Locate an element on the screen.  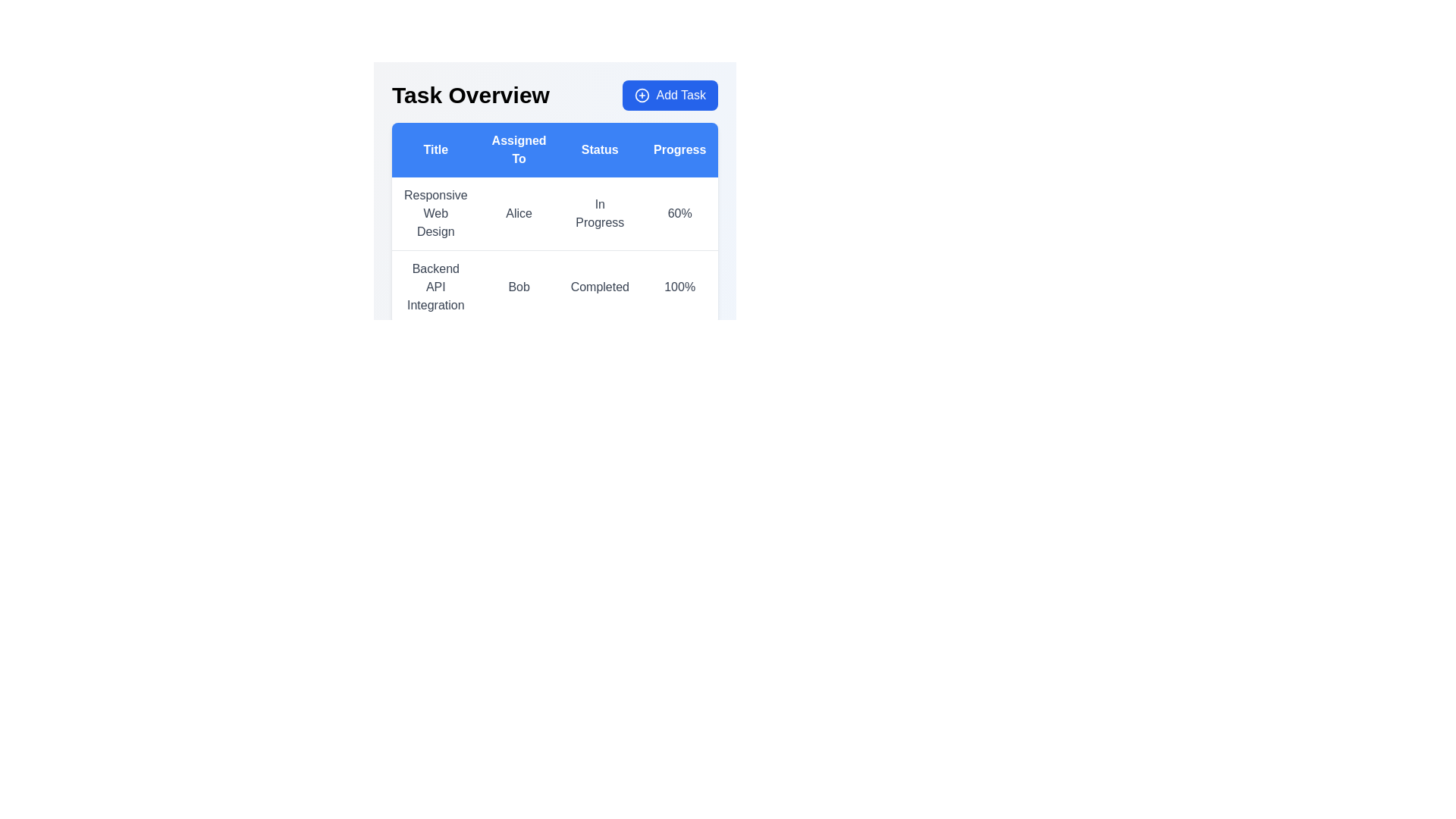
the graphical representation of the Vector circle, which is the central component of the SVG icon resembling a plus sign enclosed in a circle, located at the center coordinates provided is located at coordinates (642, 96).